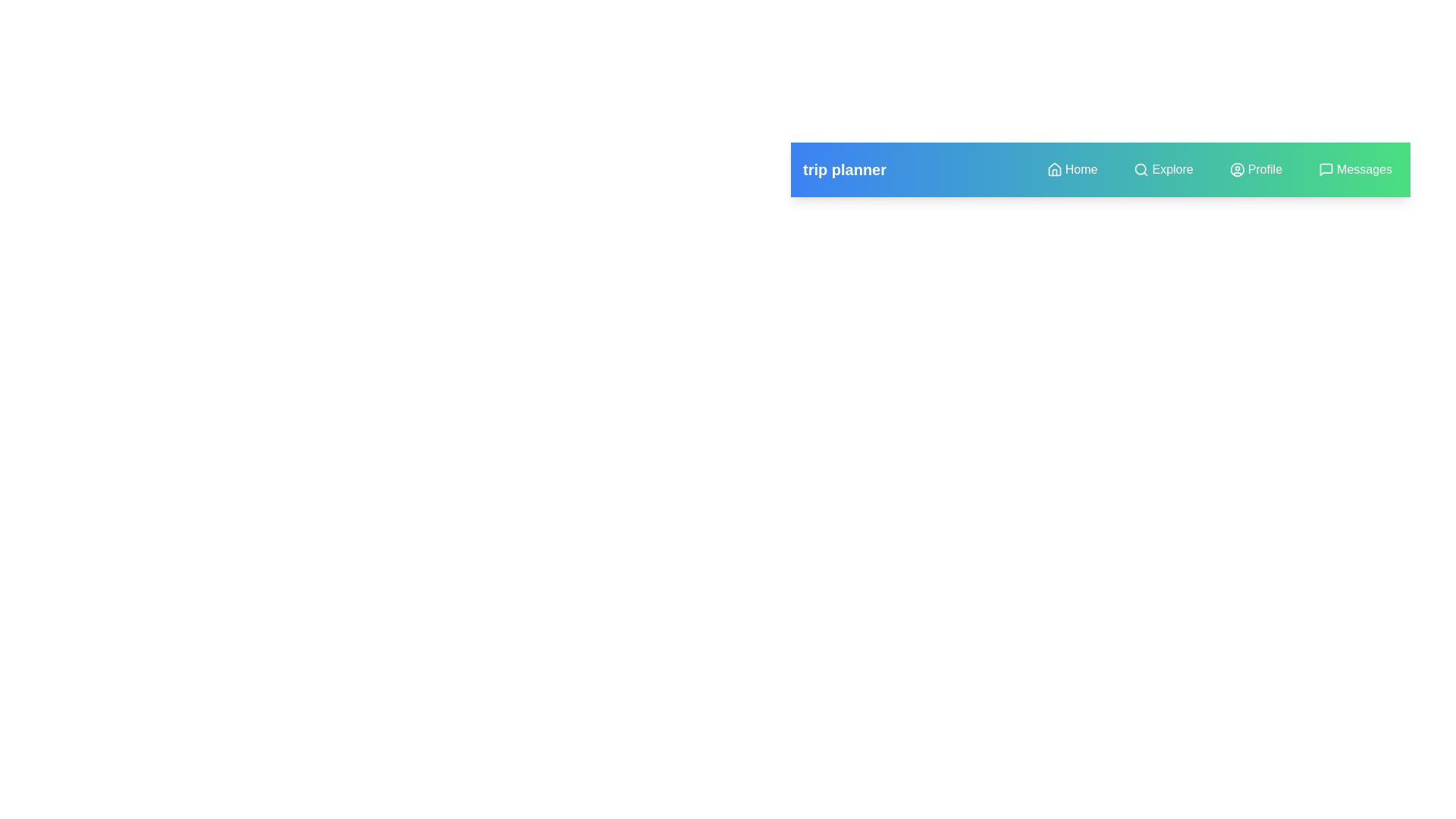 This screenshot has width=1456, height=819. Describe the element at coordinates (1163, 169) in the screenshot. I see `the navigation menu item Explore to navigate to the respective section` at that location.